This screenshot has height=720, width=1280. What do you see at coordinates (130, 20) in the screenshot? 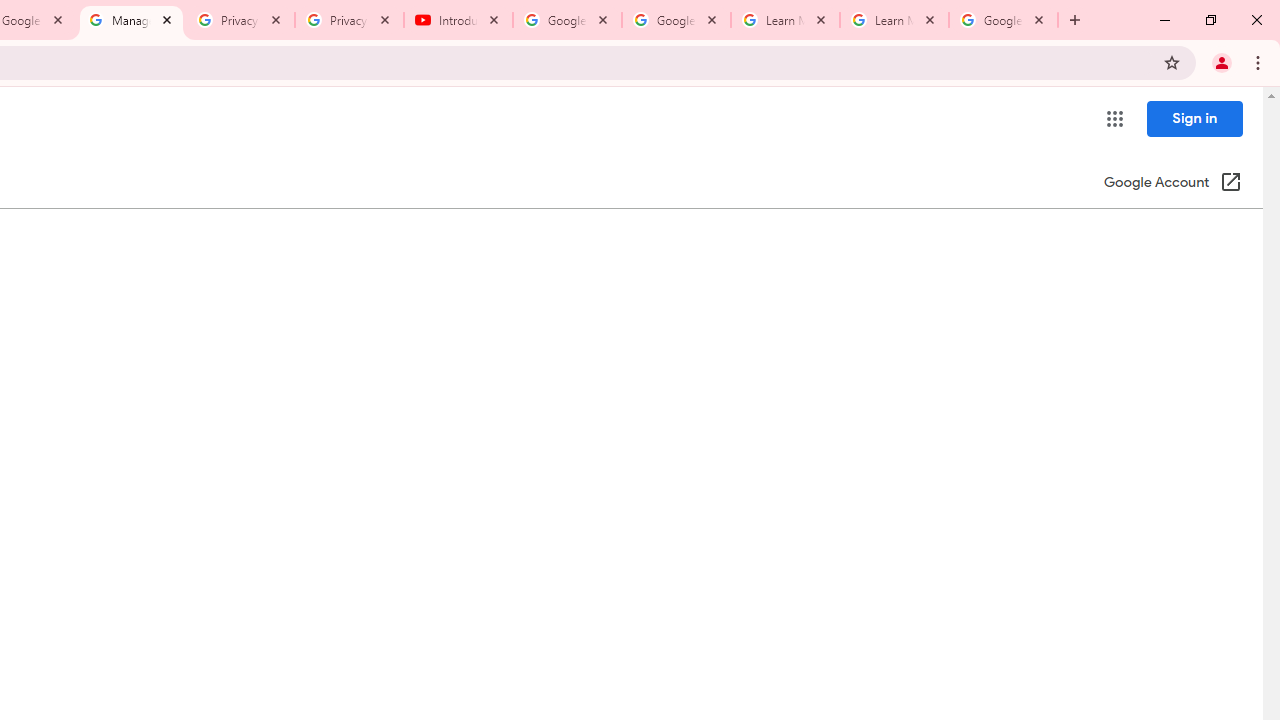
I see `'Manage your location settings & data - Google Account Help'` at bounding box center [130, 20].